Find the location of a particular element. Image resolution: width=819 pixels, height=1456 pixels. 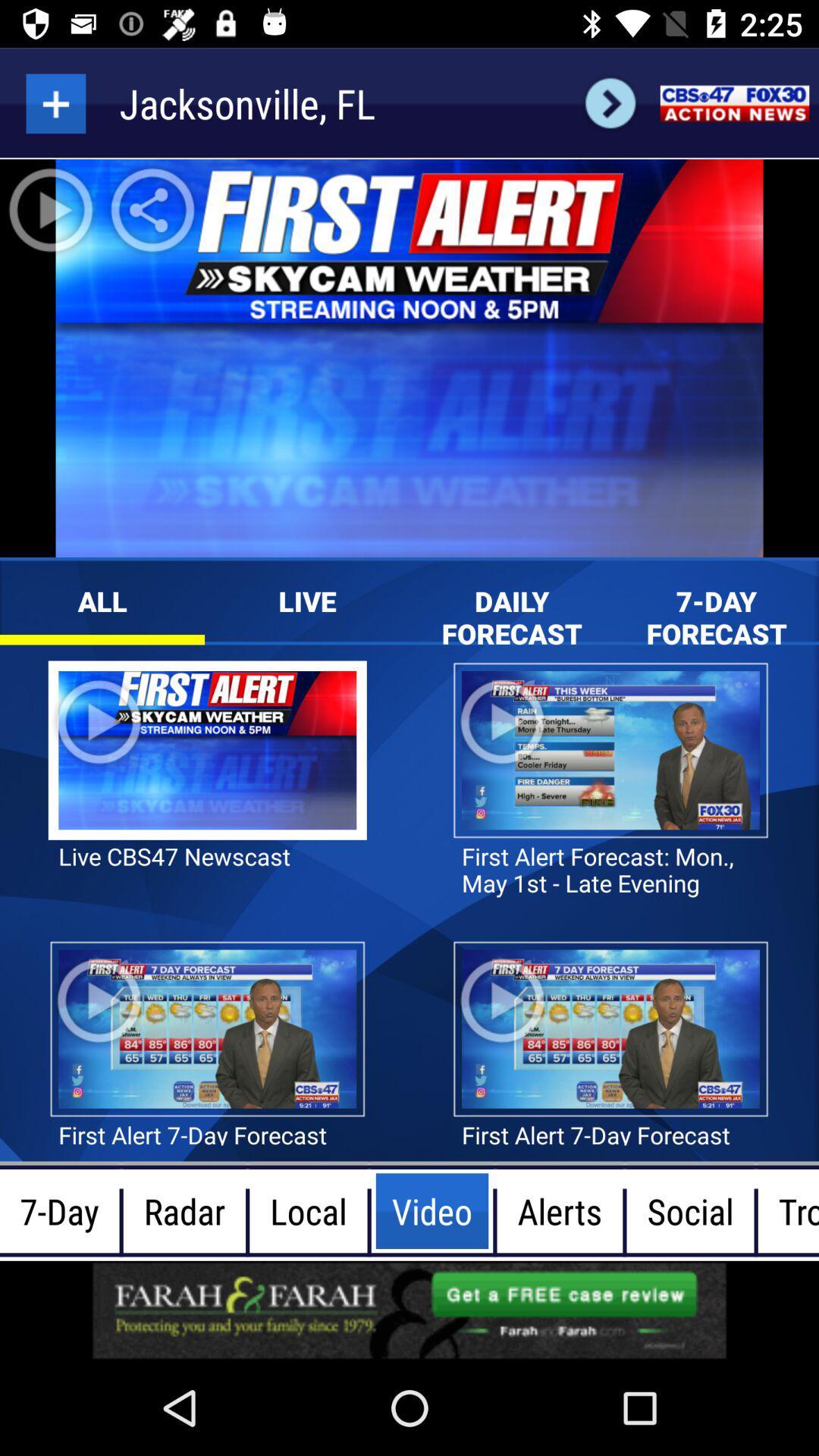

homepage is located at coordinates (733, 102).